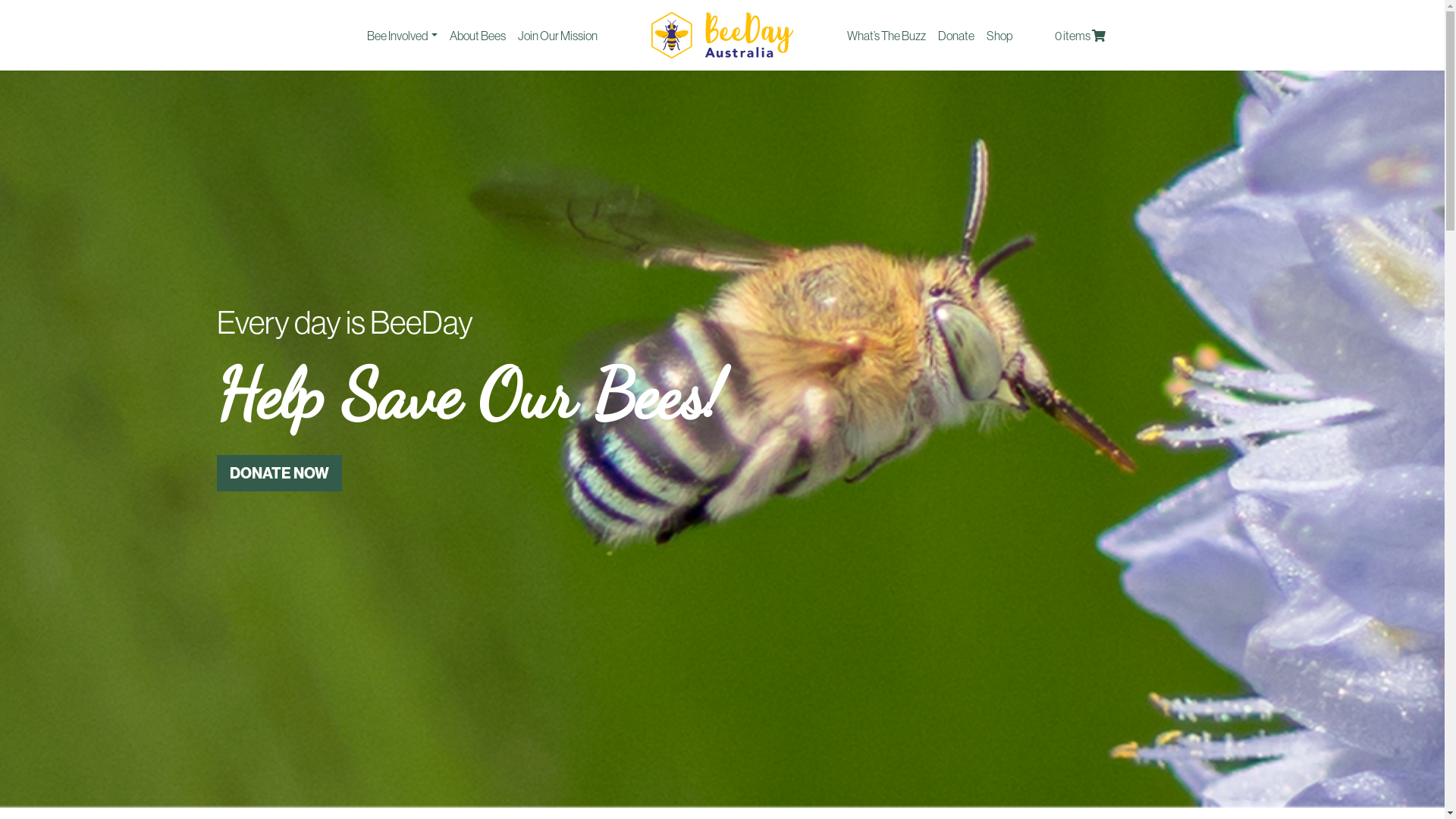 This screenshot has height=819, width=1456. I want to click on 'DONATE NOW', so click(279, 472).